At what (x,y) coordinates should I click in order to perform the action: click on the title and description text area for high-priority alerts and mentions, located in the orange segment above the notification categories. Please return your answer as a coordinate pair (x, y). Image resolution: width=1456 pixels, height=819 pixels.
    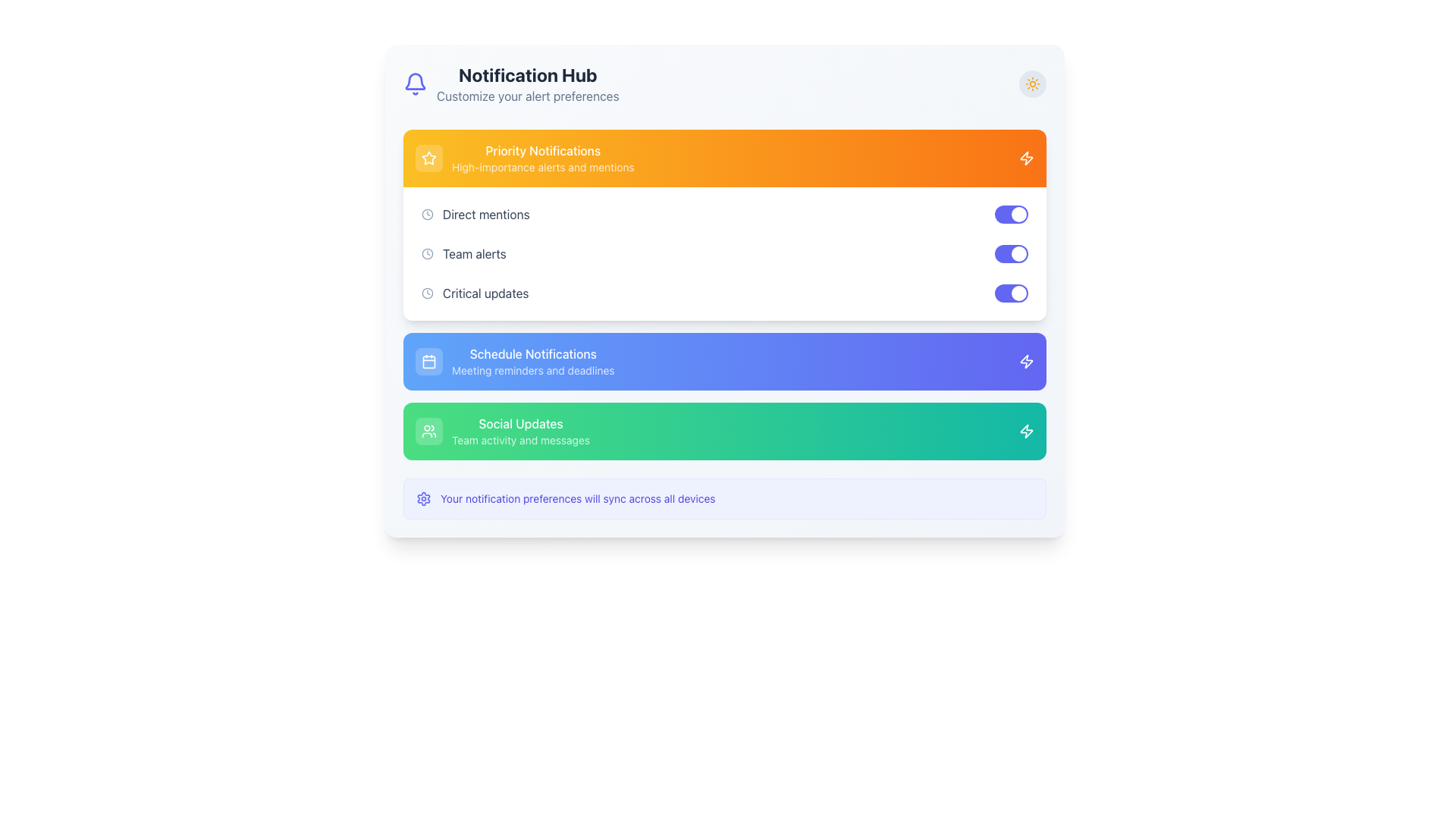
    Looking at the image, I should click on (543, 158).